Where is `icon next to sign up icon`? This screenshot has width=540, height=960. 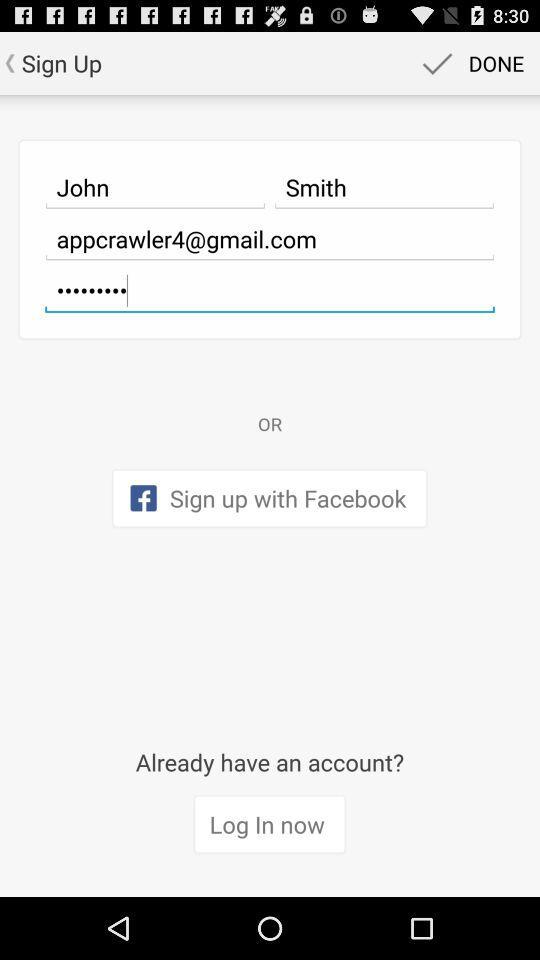 icon next to sign up icon is located at coordinates (470, 62).